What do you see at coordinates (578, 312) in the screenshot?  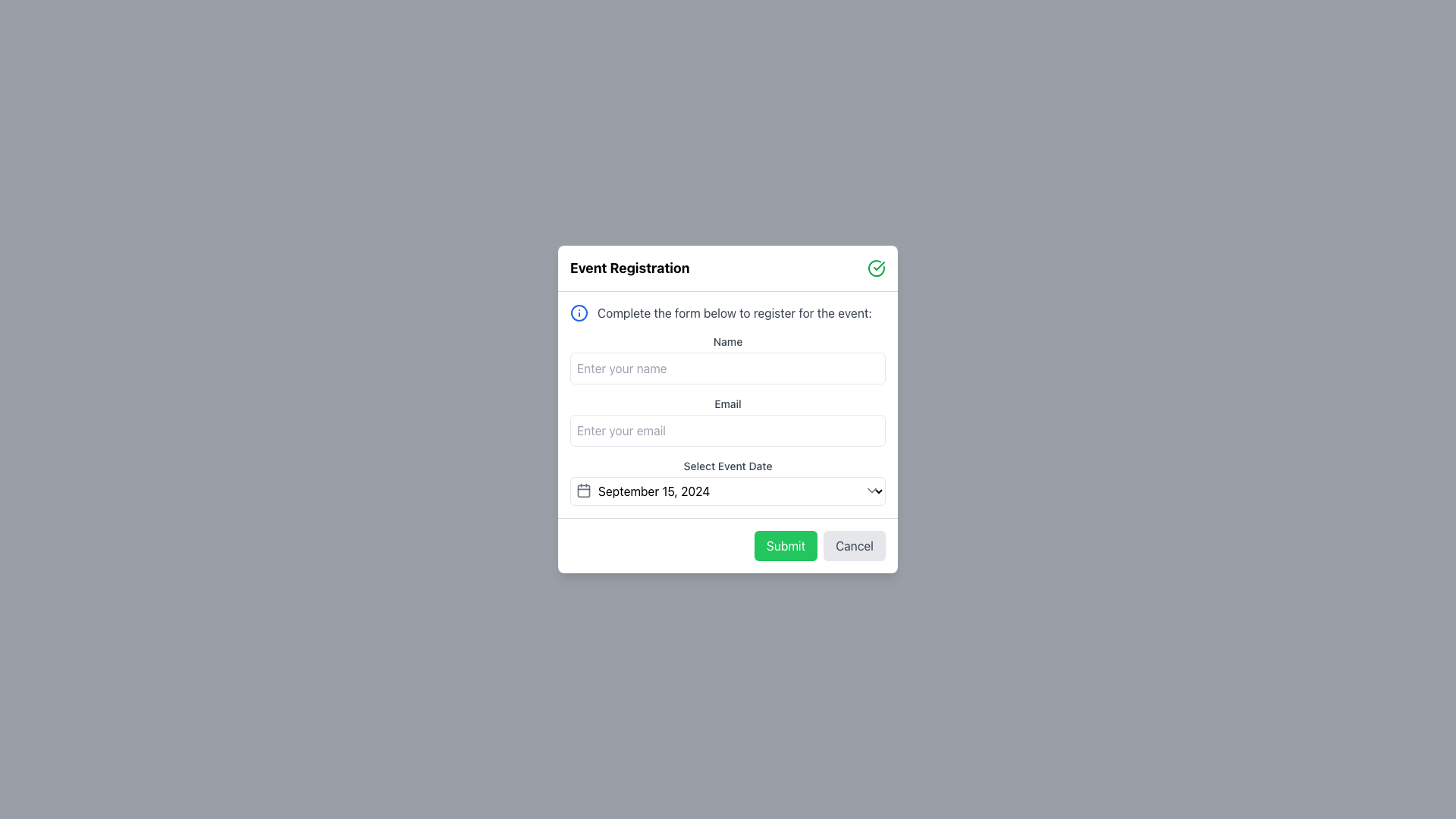 I see `the informational icon located to the left of the text 'Complete the form below to register for the event:'` at bounding box center [578, 312].